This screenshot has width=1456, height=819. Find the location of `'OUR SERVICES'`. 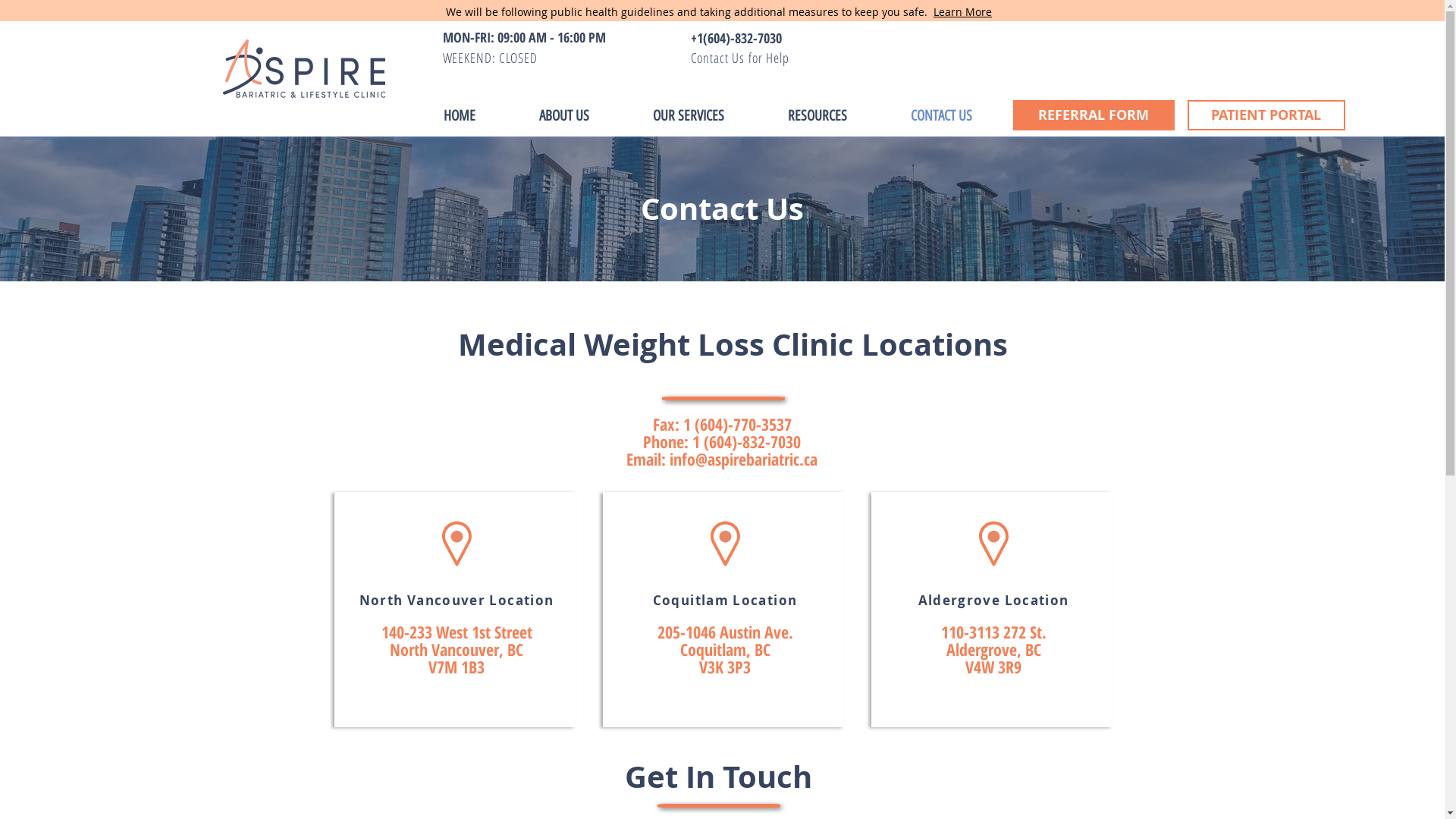

'OUR SERVICES' is located at coordinates (620, 115).